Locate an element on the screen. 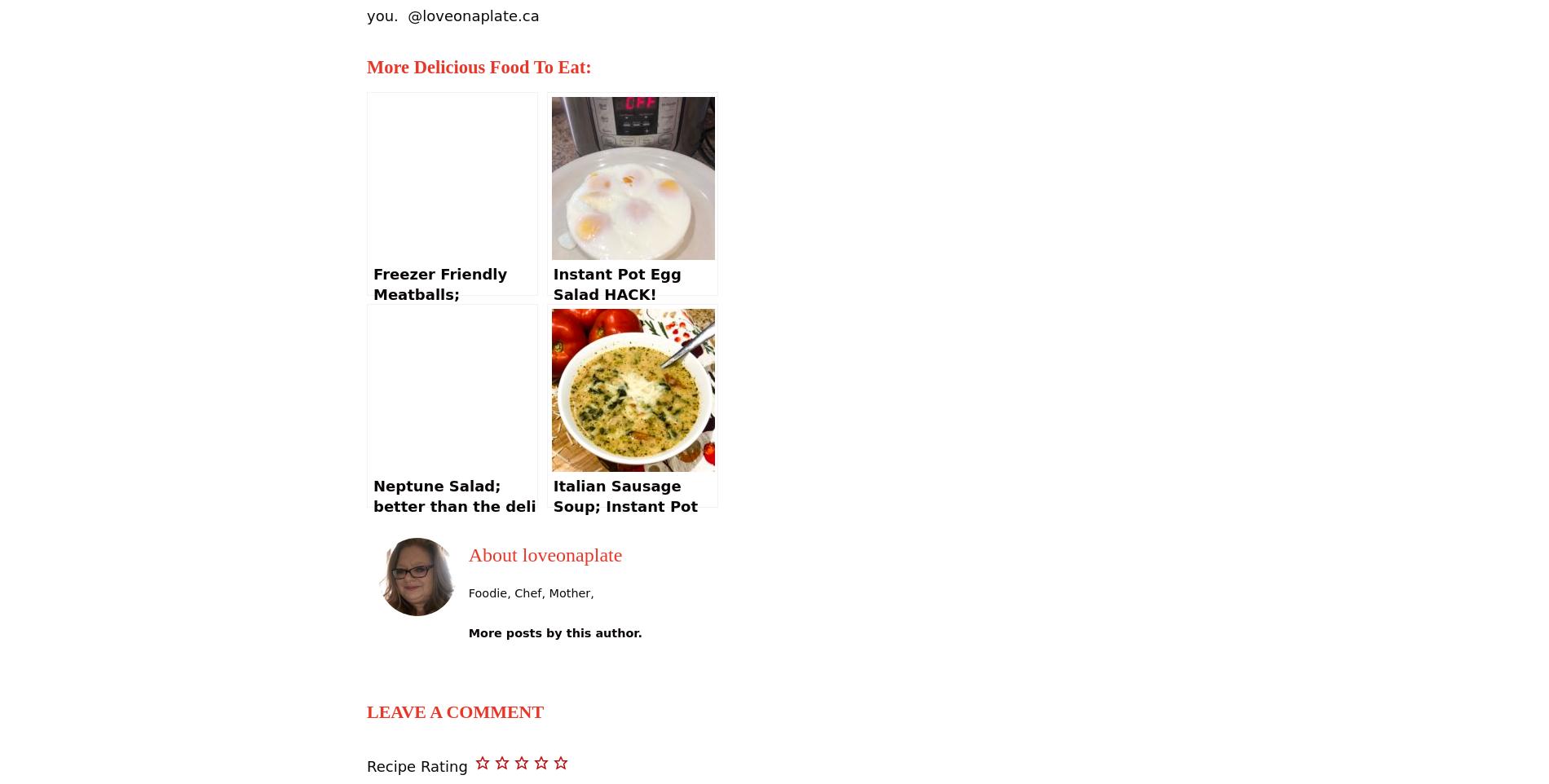 Image resolution: width=1549 pixels, height=784 pixels. 'Recipe Rating' is located at coordinates (417, 765).